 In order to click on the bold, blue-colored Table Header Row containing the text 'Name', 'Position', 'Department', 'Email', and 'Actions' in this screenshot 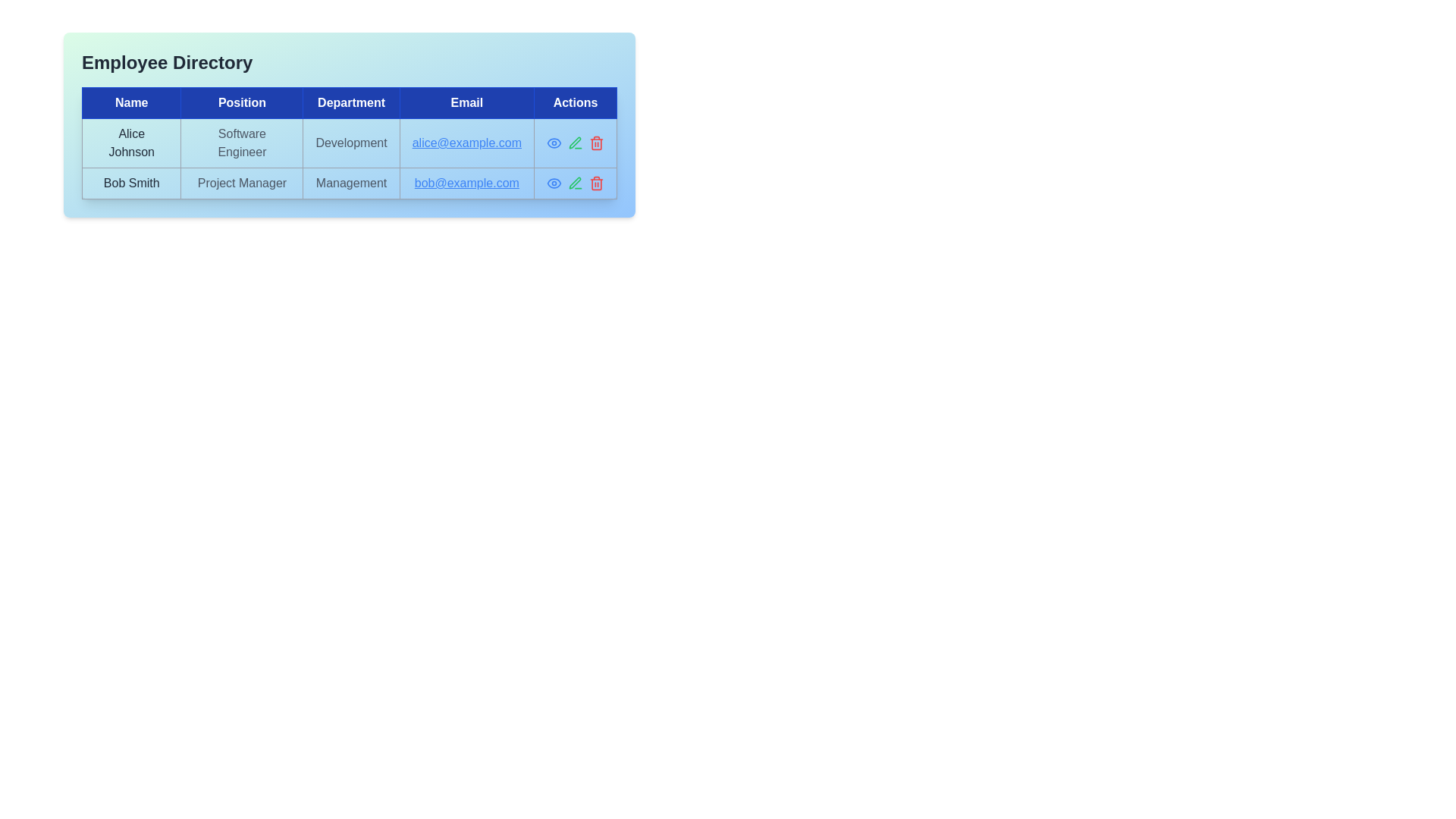, I will do `click(348, 102)`.